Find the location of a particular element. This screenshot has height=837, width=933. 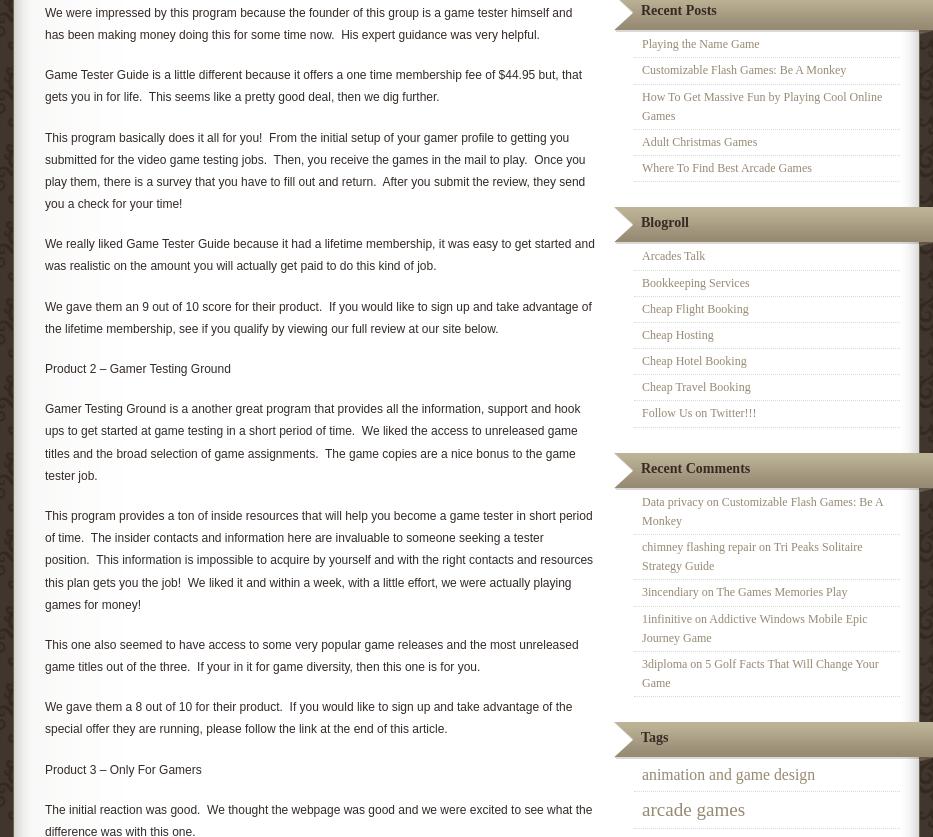

'Tri Peaks Solitaire Strategy Guide' is located at coordinates (750, 555).